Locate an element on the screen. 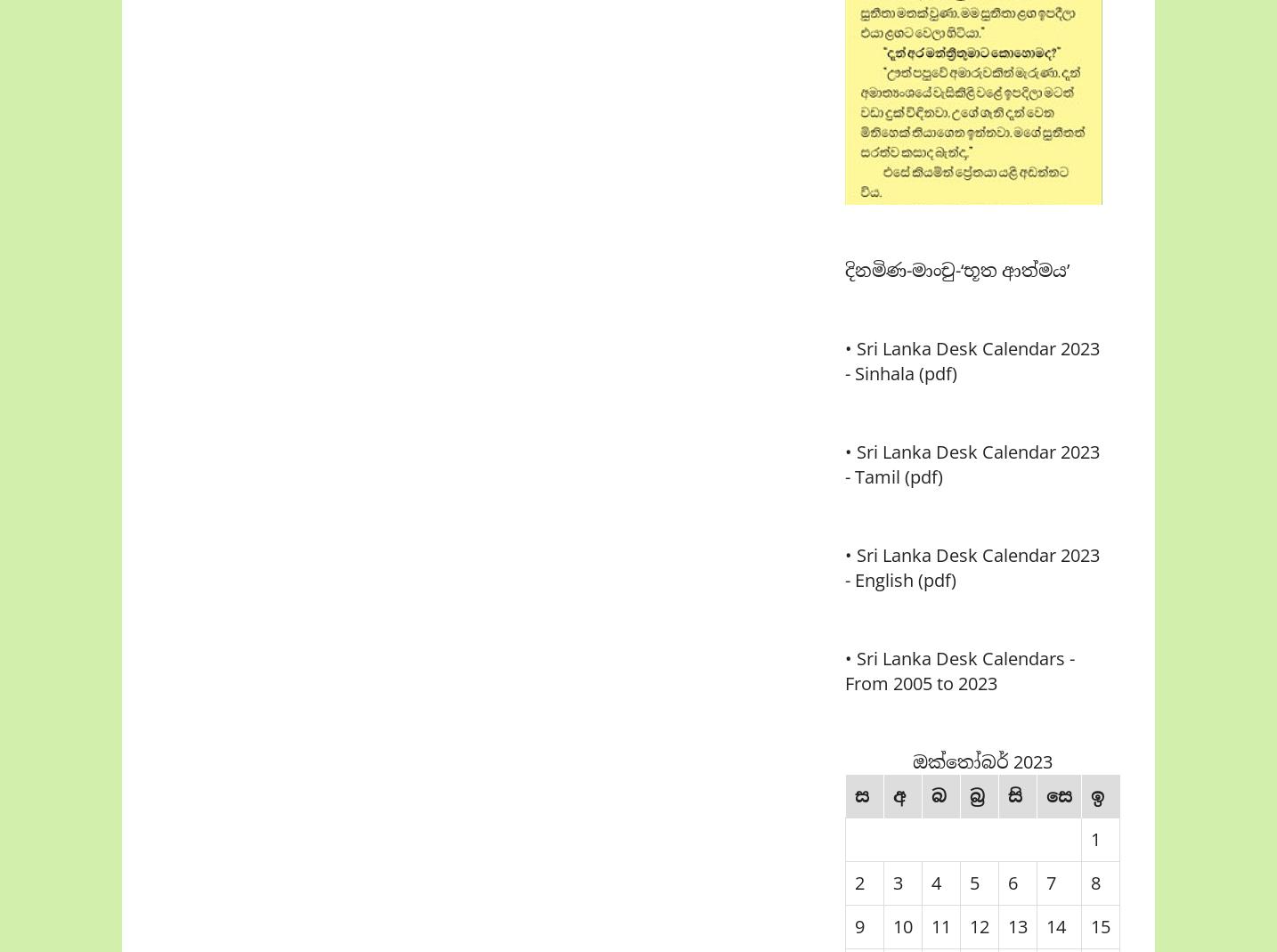  '• Sri Lanka Desk Calendar 2023 - English (pdf)' is located at coordinates (972, 567).